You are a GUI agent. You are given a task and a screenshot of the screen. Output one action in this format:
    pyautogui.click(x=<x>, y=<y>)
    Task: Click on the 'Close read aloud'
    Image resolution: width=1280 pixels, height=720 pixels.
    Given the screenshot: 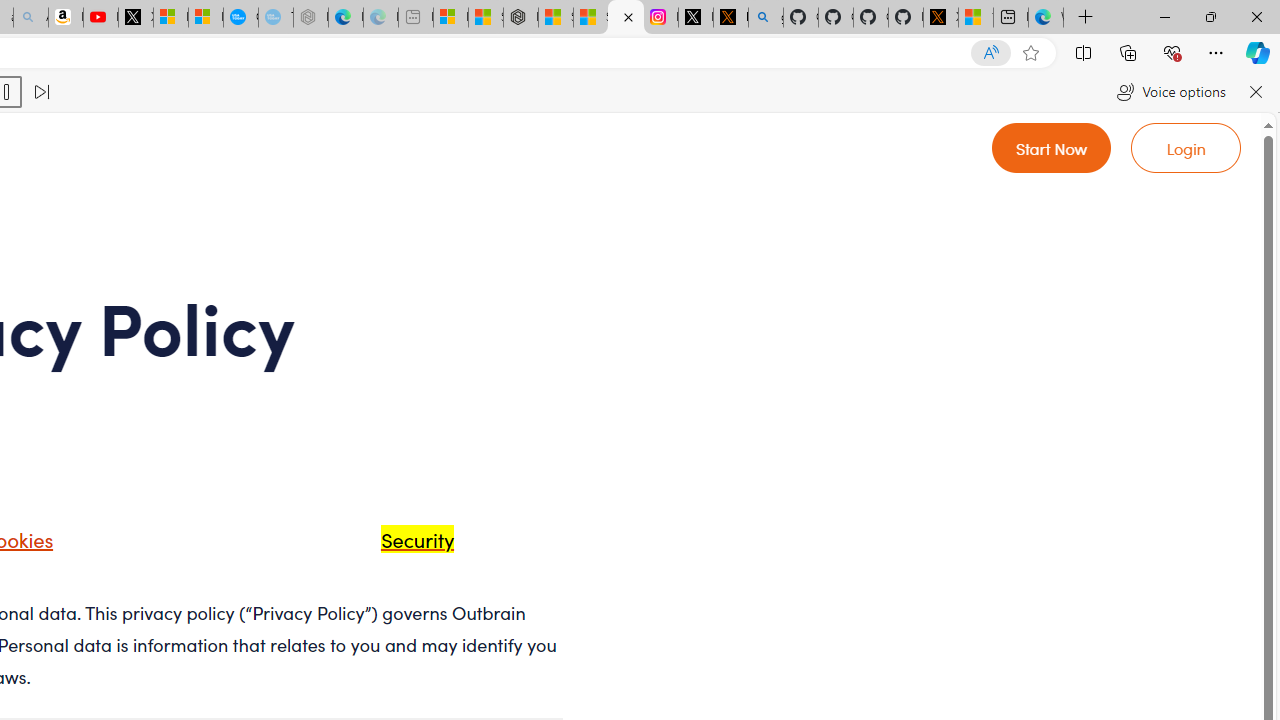 What is the action you would take?
    pyautogui.click(x=1254, y=92)
    